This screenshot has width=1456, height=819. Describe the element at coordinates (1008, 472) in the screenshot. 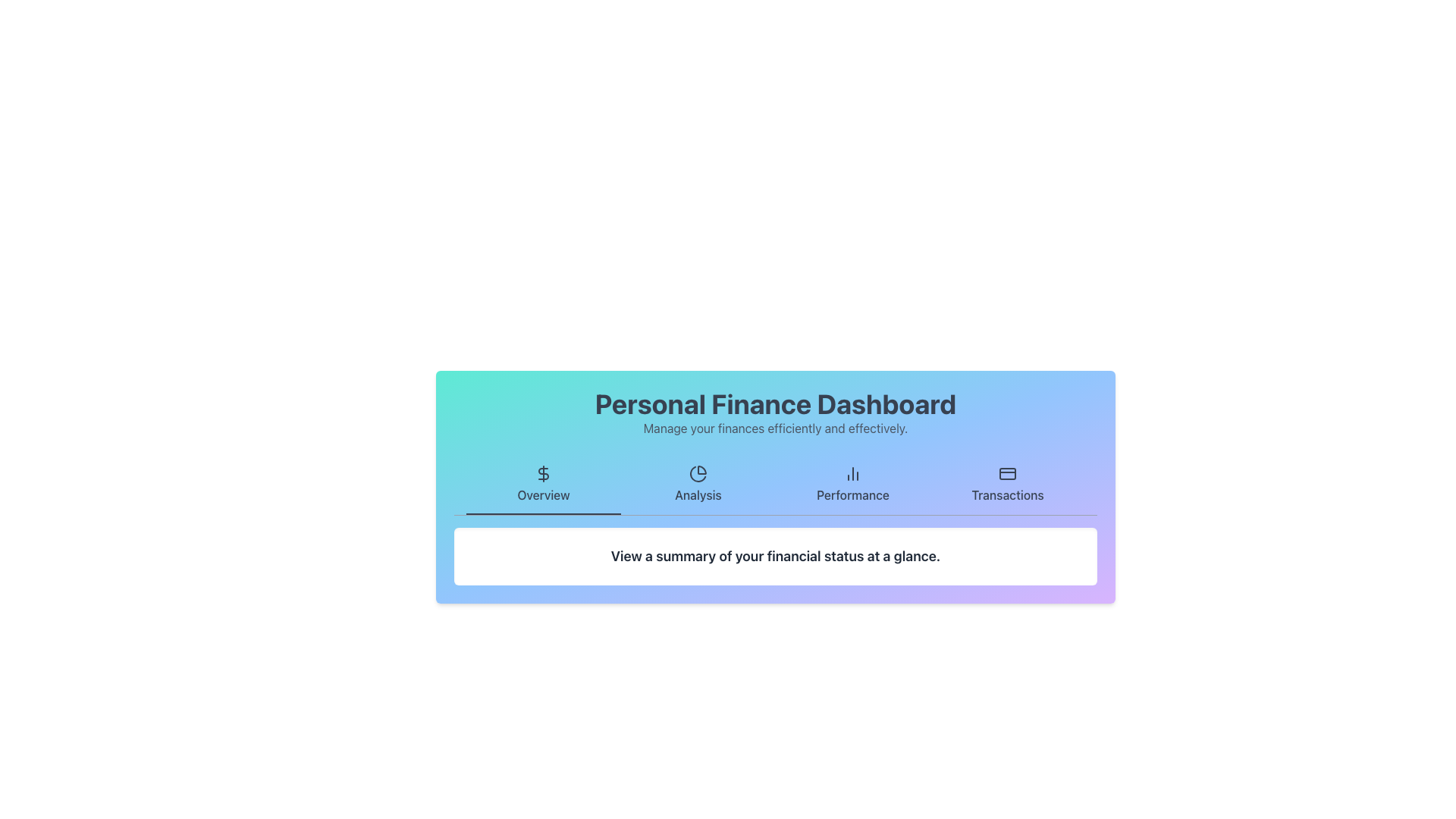

I see `the upper rectangle of the credit card icon in the 'Transactions' section of the navigation bar, which serves as a decorative element without interactive functionality` at that location.